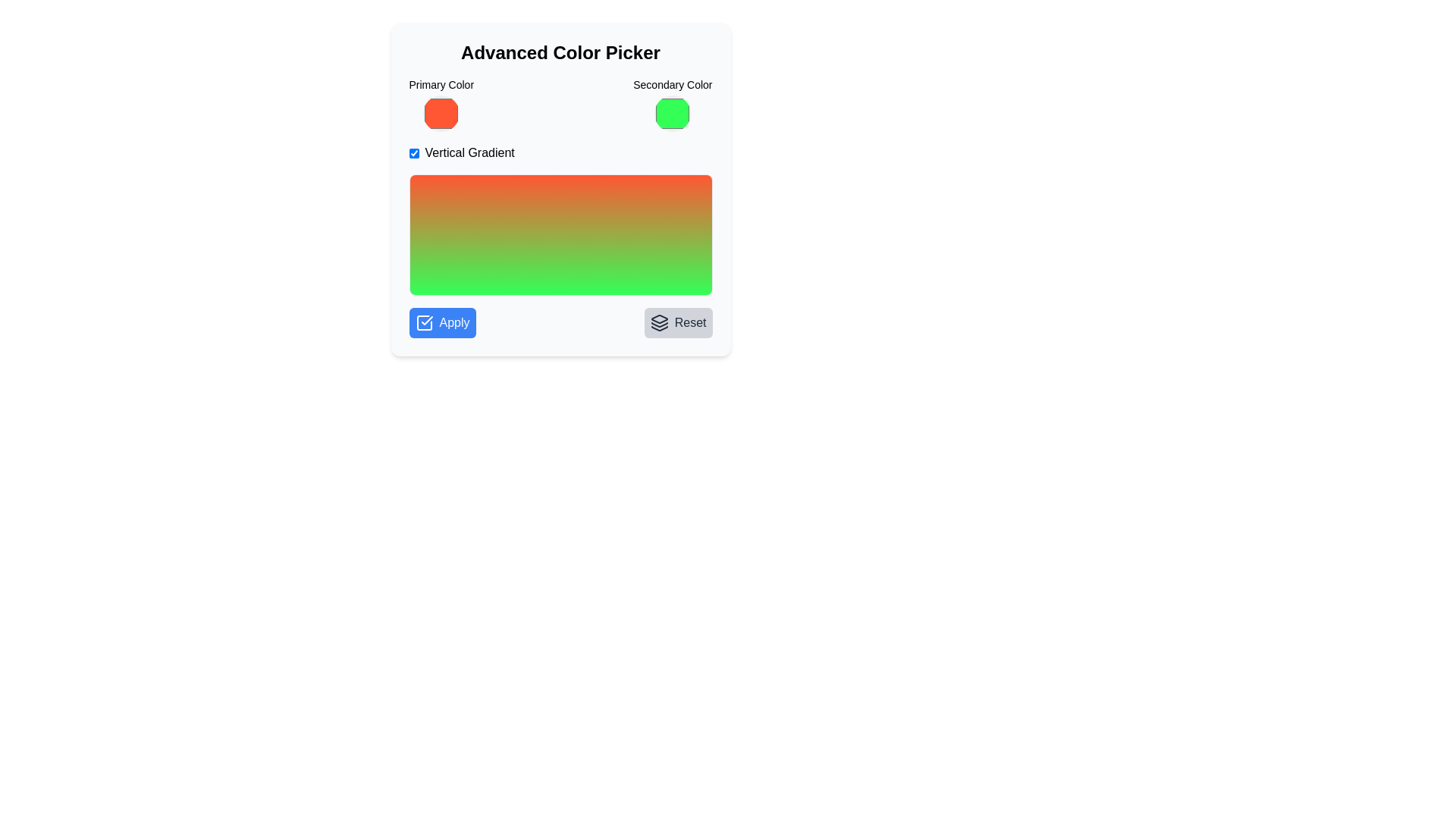  Describe the element at coordinates (672, 84) in the screenshot. I see `the Text Label that describes the color selection feature in the Advanced Color Picker interface, located at the top-right of the section above the circular color display` at that location.